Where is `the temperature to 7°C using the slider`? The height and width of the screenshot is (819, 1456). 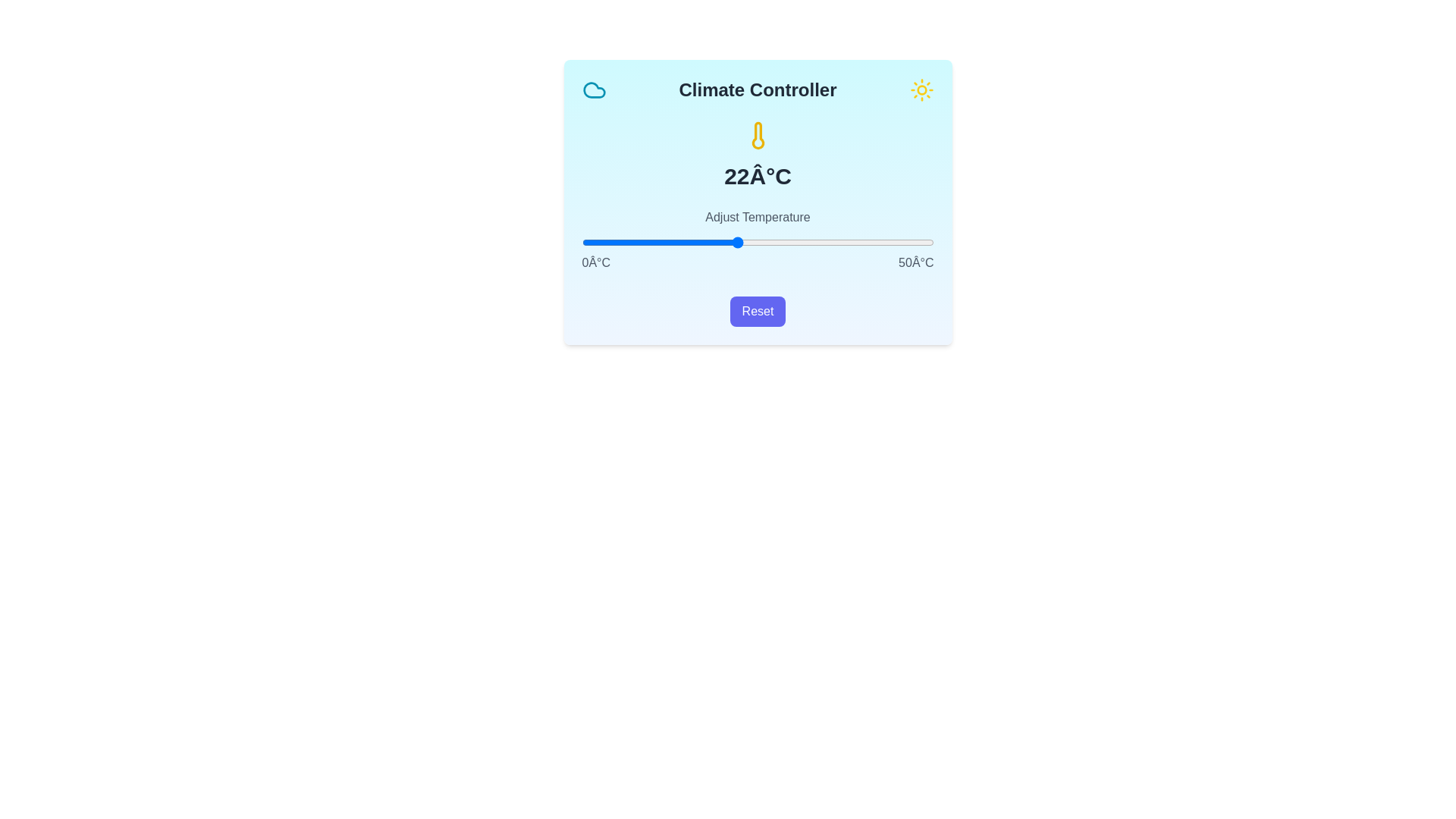
the temperature to 7°C using the slider is located at coordinates (631, 242).